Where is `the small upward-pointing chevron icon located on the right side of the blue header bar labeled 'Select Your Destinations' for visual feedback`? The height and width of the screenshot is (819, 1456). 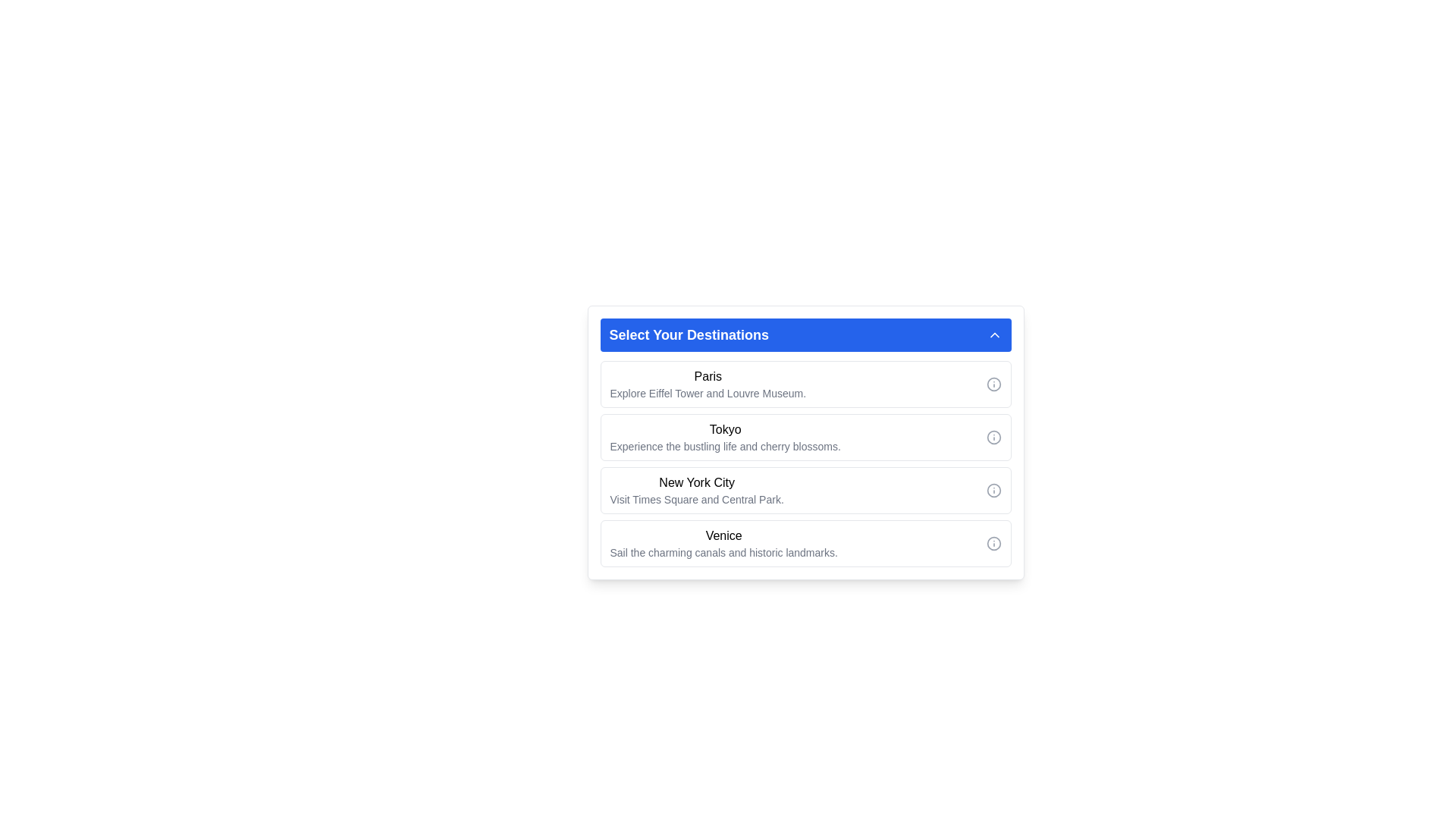
the small upward-pointing chevron icon located on the right side of the blue header bar labeled 'Select Your Destinations' for visual feedback is located at coordinates (994, 334).